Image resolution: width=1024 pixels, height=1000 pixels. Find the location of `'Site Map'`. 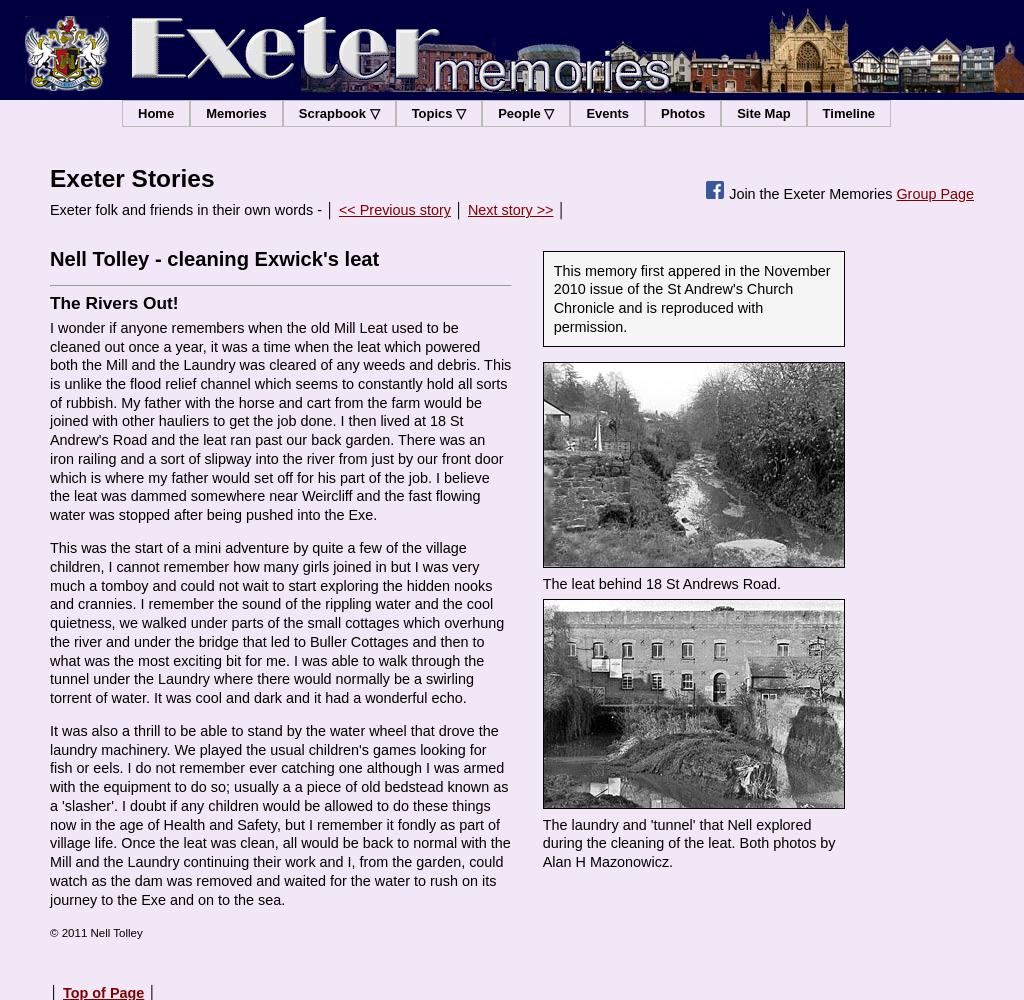

'Site Map' is located at coordinates (762, 112).